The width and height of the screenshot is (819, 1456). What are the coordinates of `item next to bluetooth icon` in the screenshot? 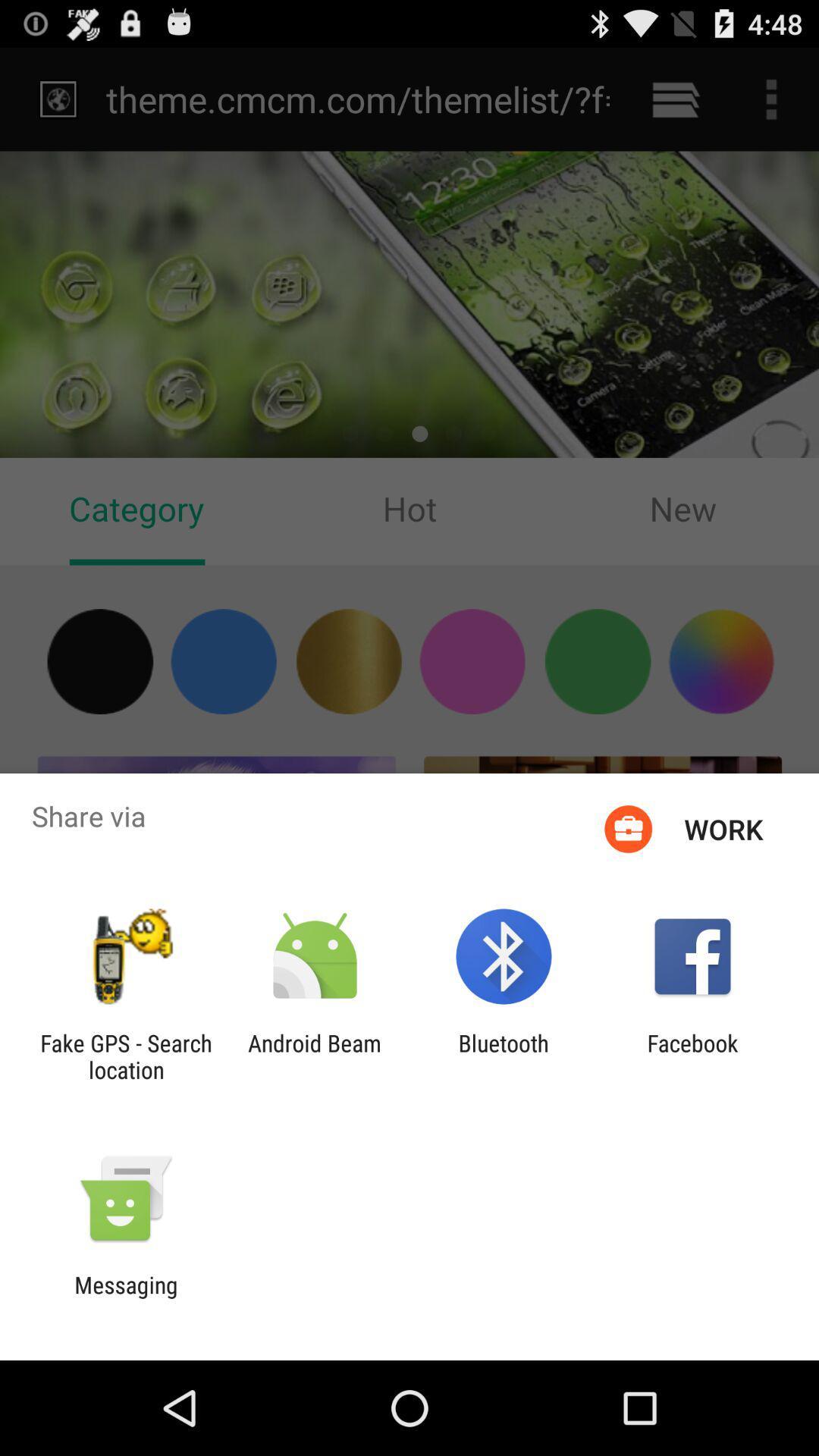 It's located at (692, 1056).